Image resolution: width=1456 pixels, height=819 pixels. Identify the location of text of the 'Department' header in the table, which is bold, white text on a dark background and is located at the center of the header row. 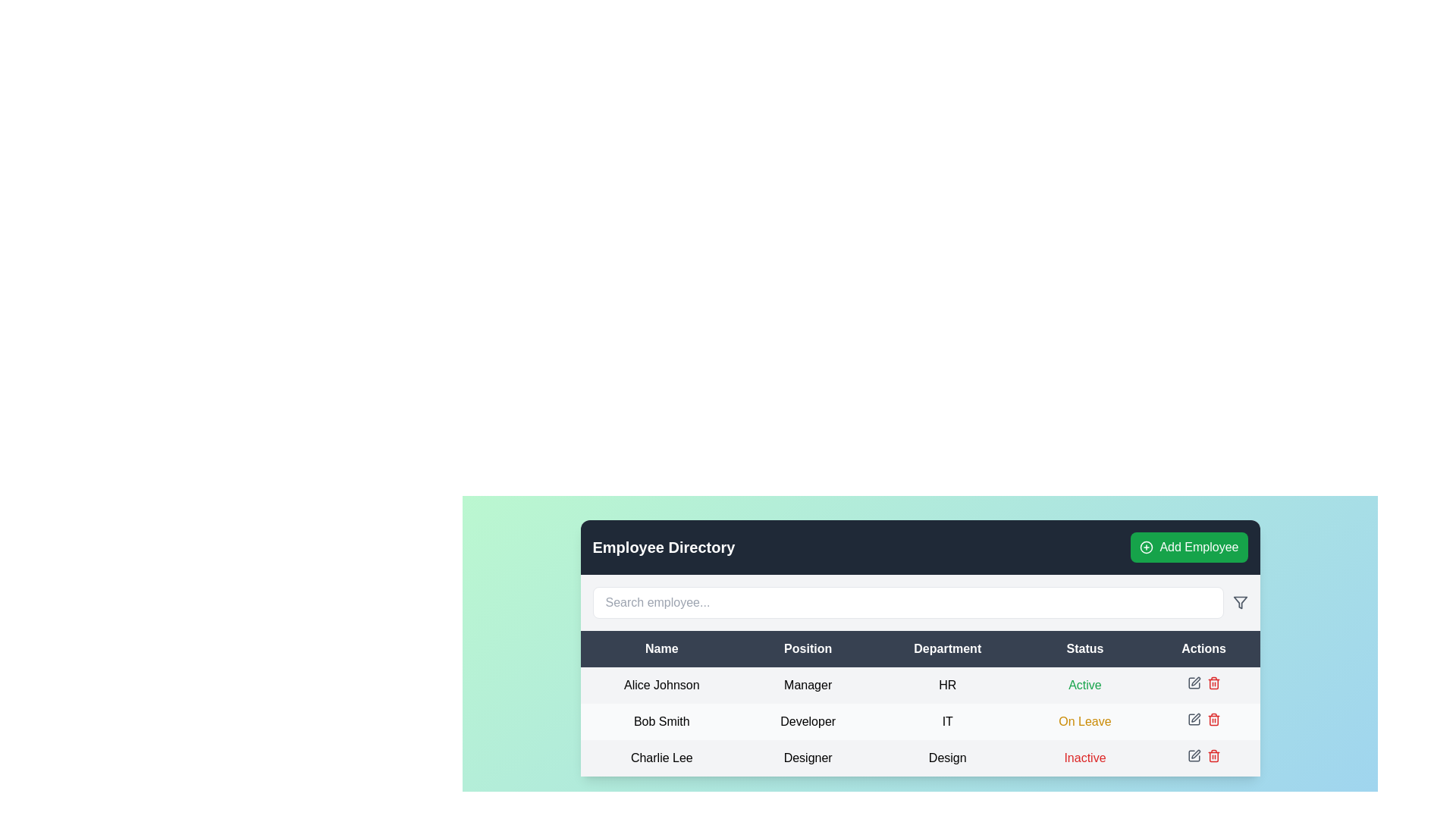
(919, 648).